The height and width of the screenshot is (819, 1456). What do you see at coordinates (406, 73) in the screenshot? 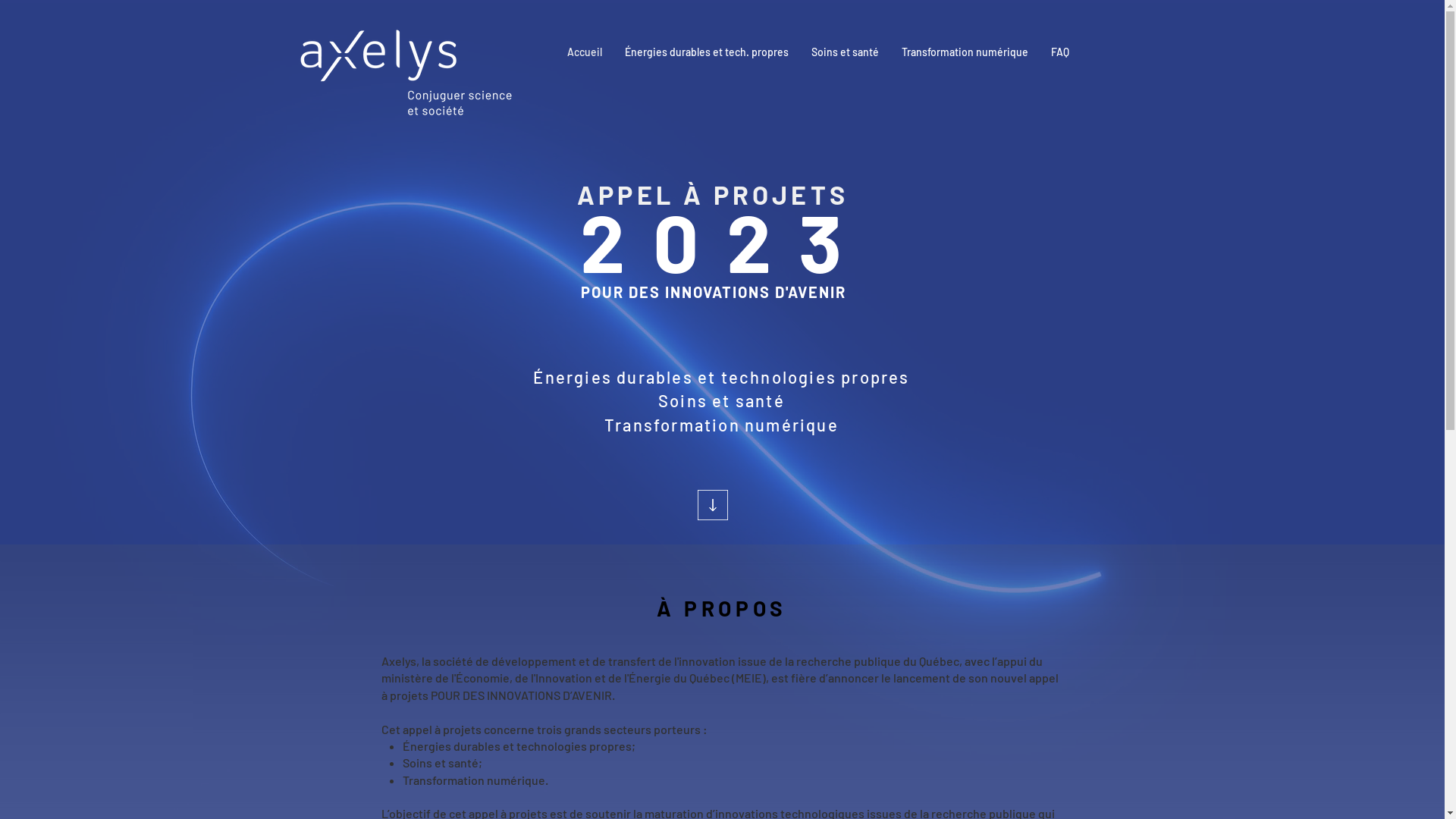
I see `'Axelyx_lg_slogan_Rev.png'` at bounding box center [406, 73].